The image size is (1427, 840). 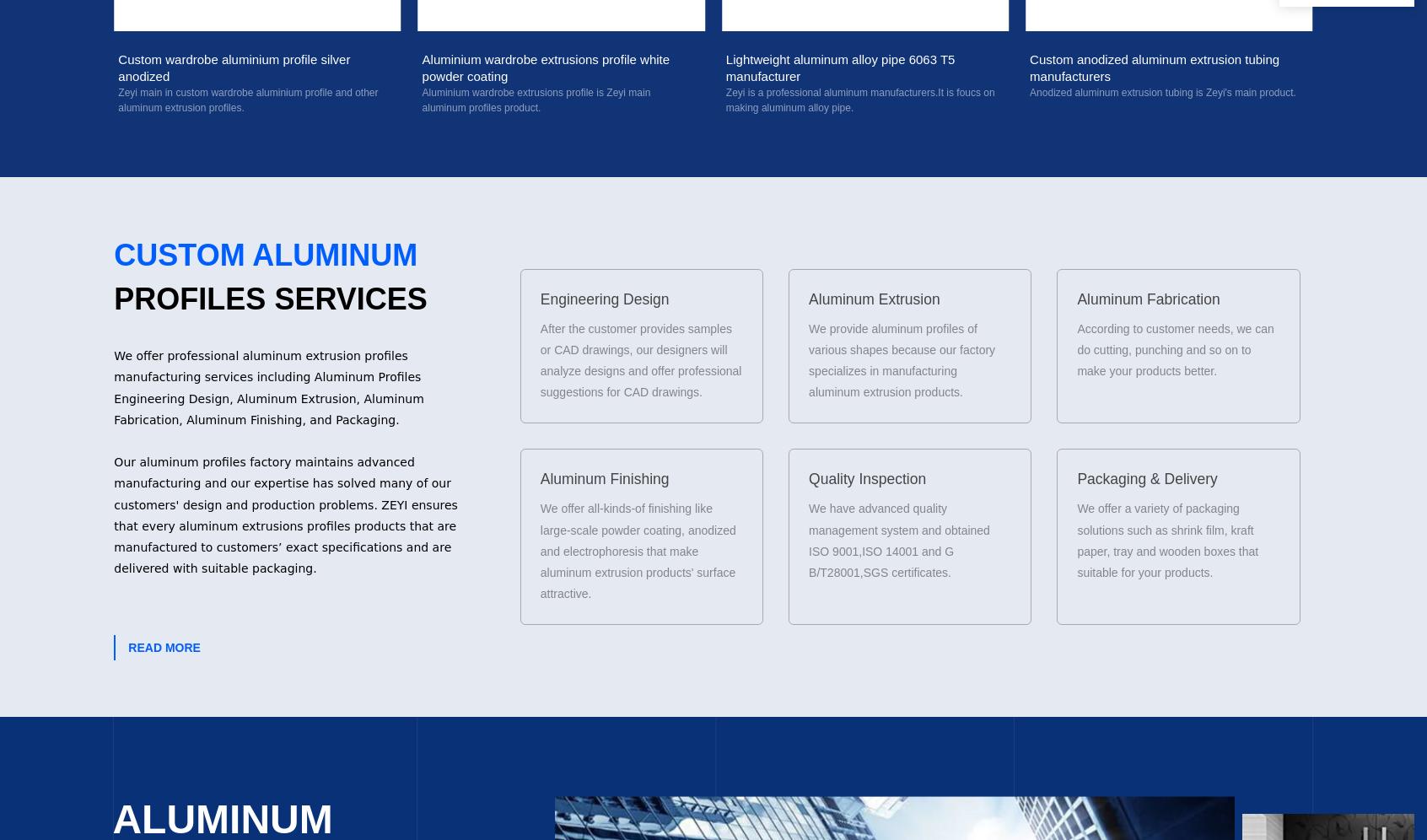 What do you see at coordinates (866, 478) in the screenshot?
I see `'Quality Inspection'` at bounding box center [866, 478].